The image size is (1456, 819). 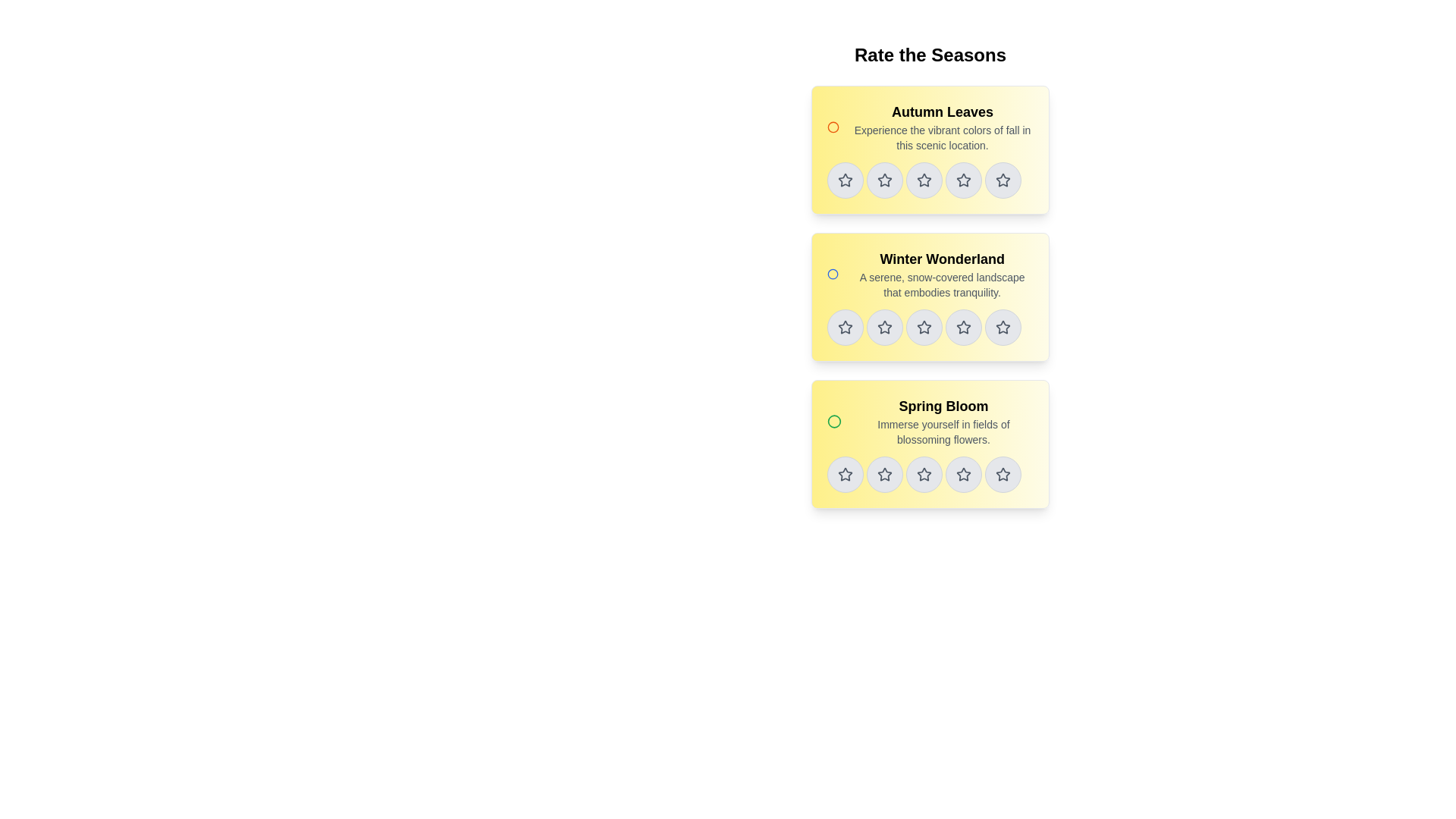 I want to click on the third circular icon button with a hollow star outline in dark gray, located at the bottom of the 'Spring Bloom' card, so click(x=924, y=473).